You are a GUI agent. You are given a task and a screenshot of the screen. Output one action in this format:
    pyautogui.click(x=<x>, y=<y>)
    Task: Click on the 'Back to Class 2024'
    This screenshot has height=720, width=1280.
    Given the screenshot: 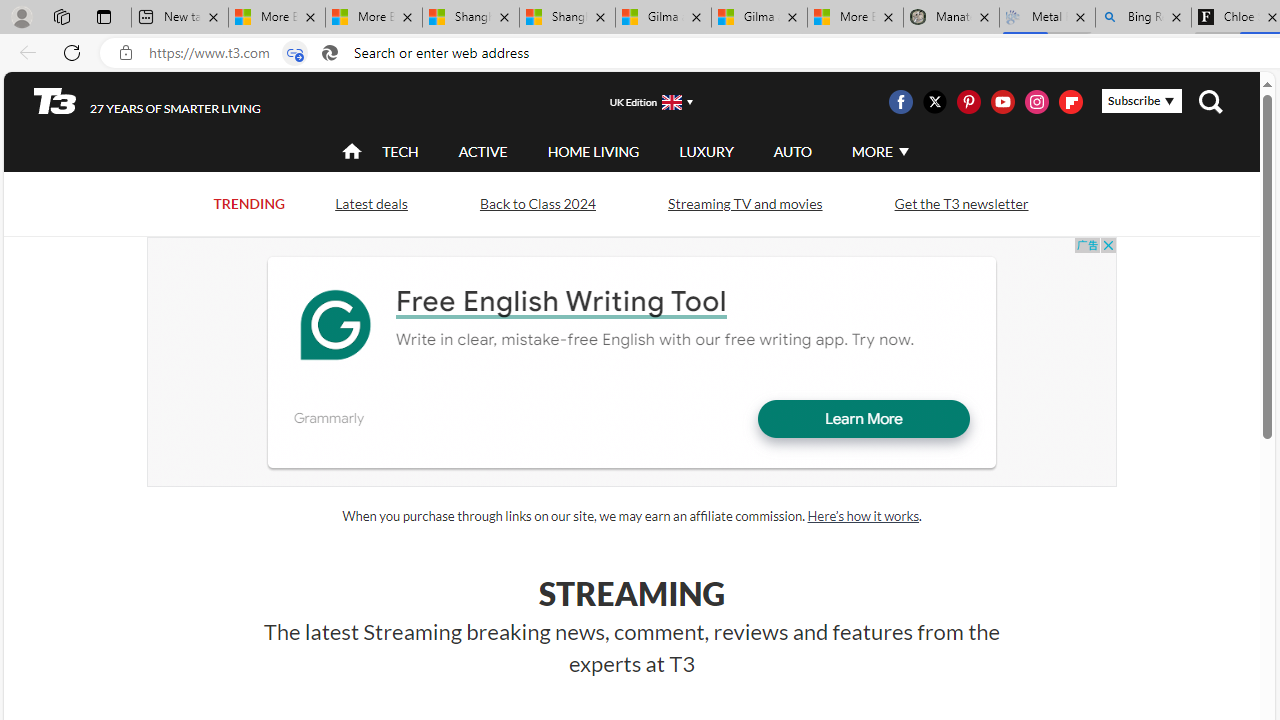 What is the action you would take?
    pyautogui.click(x=537, y=203)
    